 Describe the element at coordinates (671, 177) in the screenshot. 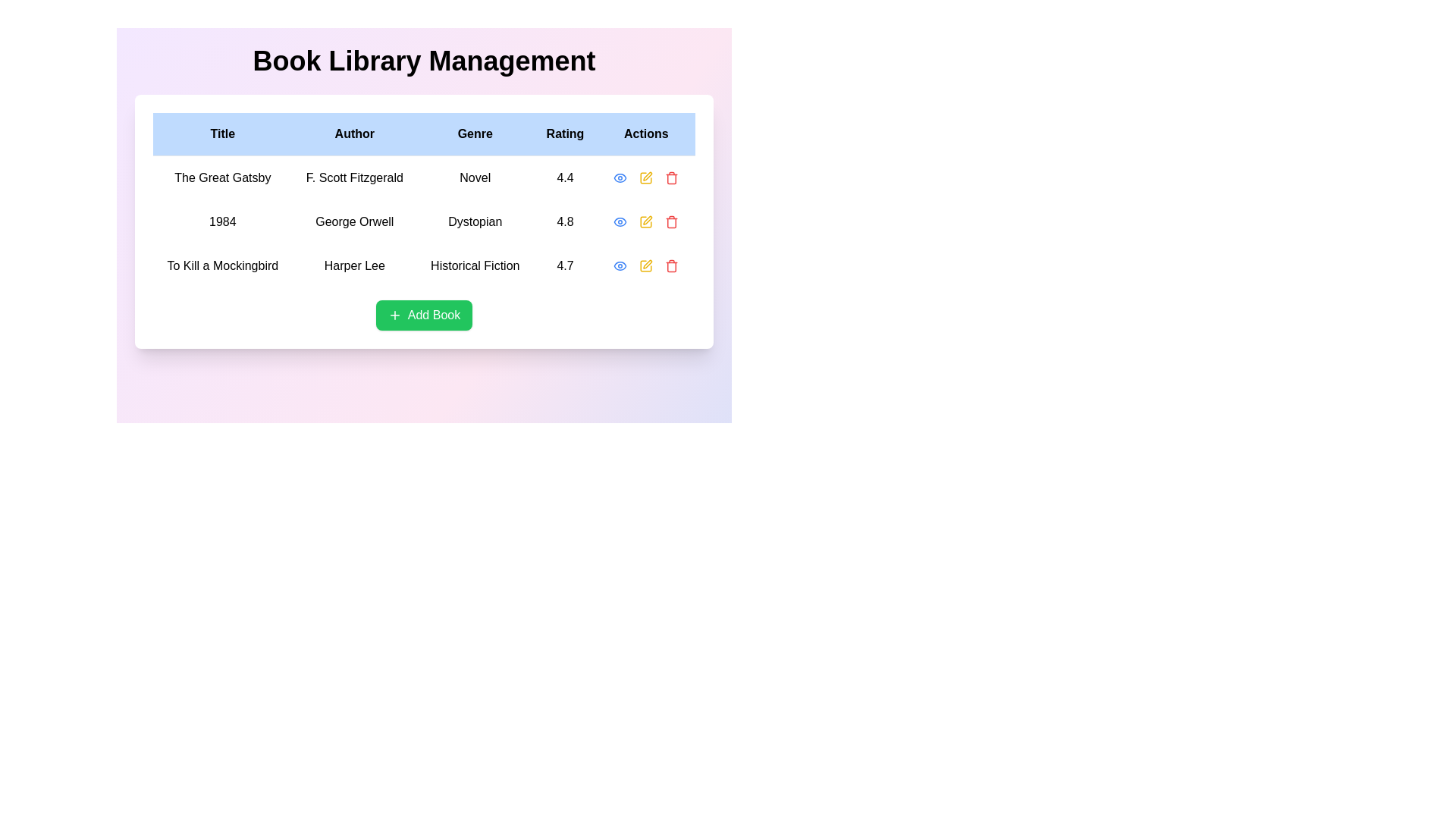

I see `the red trash can icon button, which is the last icon in the horizontally aligned group of action icons under 'Actions'` at that location.